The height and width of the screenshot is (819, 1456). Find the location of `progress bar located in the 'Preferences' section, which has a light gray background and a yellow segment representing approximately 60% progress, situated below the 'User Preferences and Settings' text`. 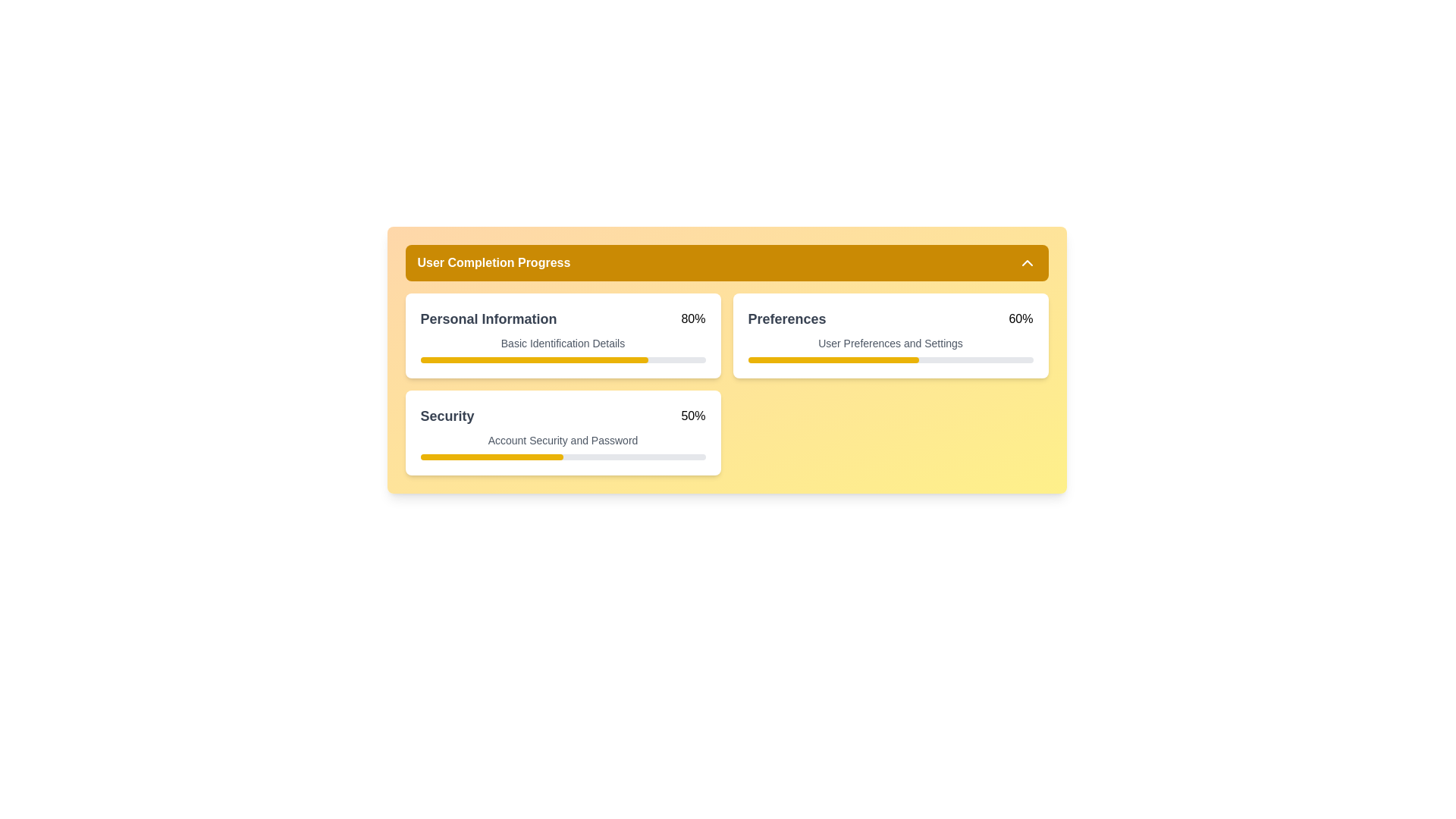

progress bar located in the 'Preferences' section, which has a light gray background and a yellow segment representing approximately 60% progress, situated below the 'User Preferences and Settings' text is located at coordinates (890, 359).